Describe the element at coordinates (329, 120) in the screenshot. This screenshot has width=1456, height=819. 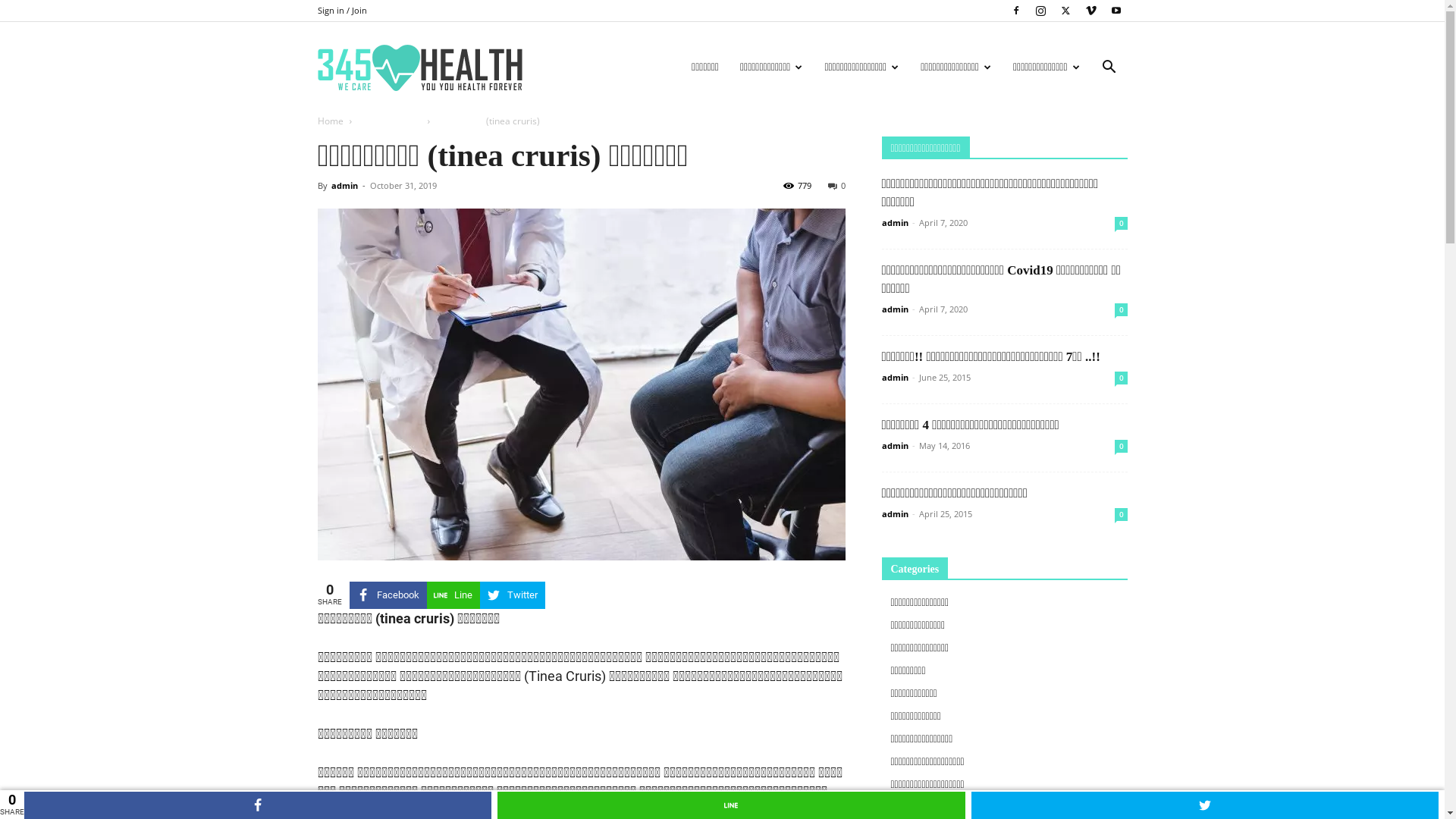
I see `'Home'` at that location.